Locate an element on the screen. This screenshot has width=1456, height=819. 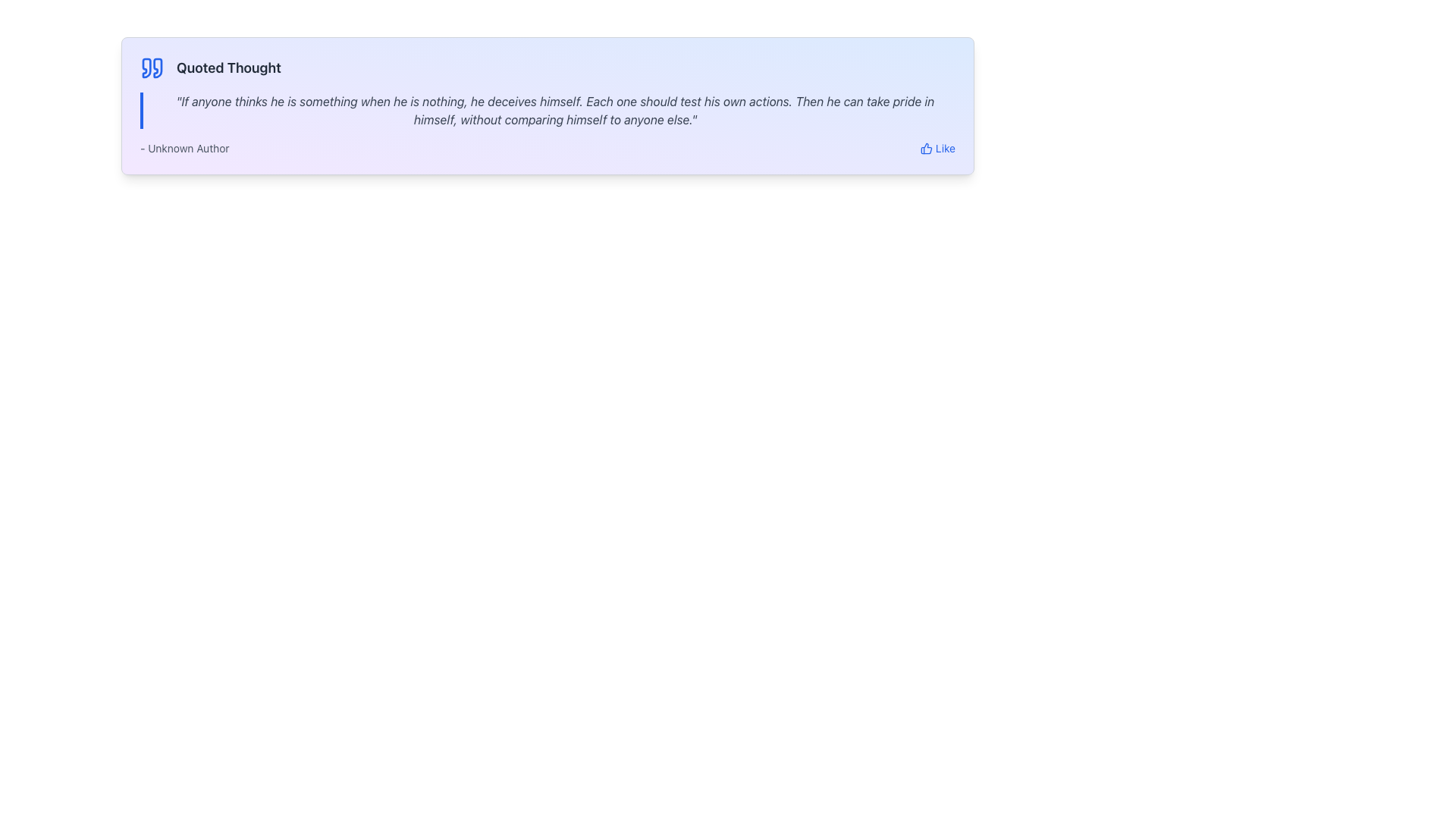
the blue thumbs-up icon located immediately to the left of the 'Like' text to indicate a 'Like' action is located at coordinates (925, 149).